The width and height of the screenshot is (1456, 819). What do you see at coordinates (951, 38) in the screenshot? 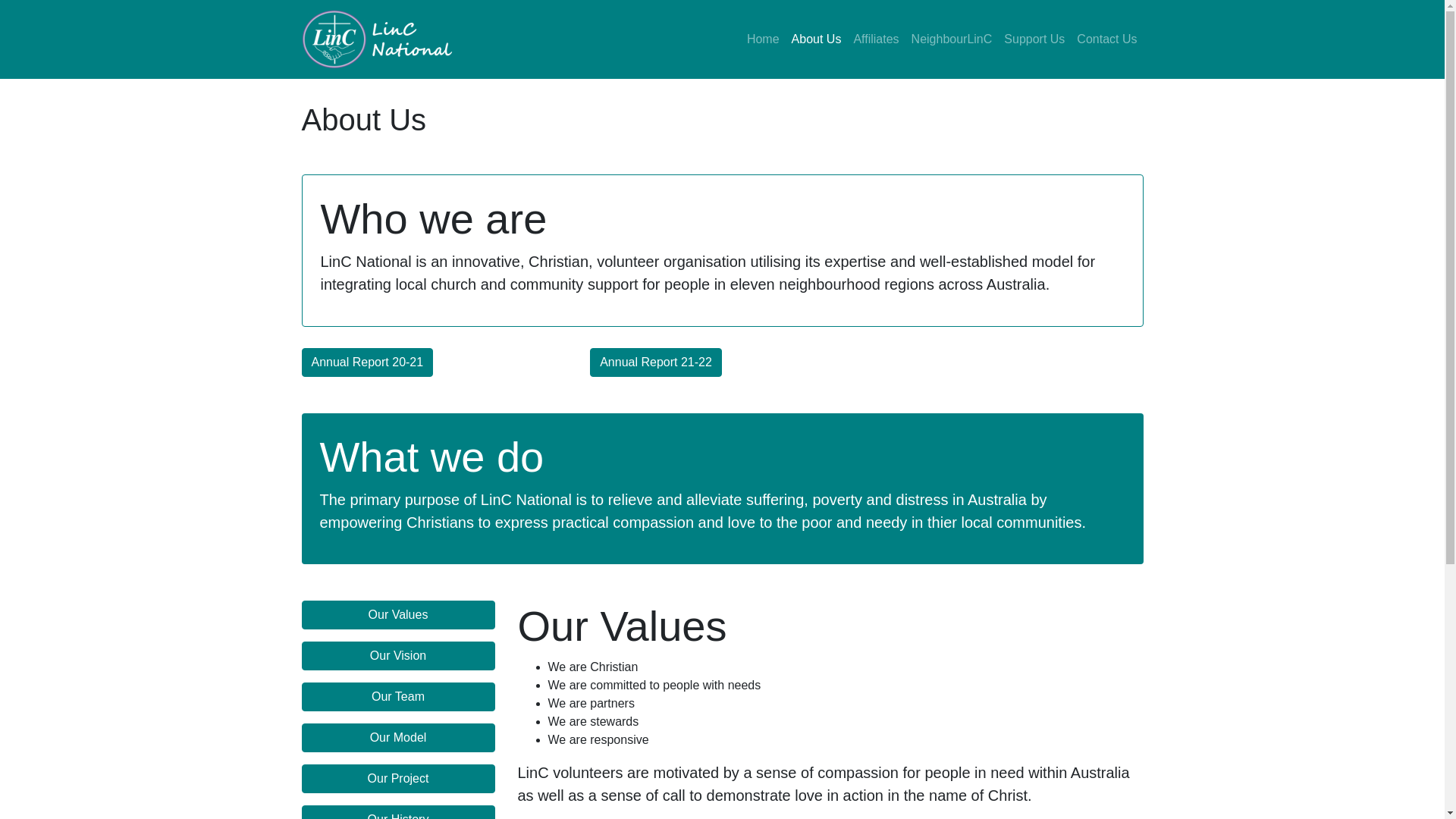
I see `'NeighbourLinC'` at bounding box center [951, 38].